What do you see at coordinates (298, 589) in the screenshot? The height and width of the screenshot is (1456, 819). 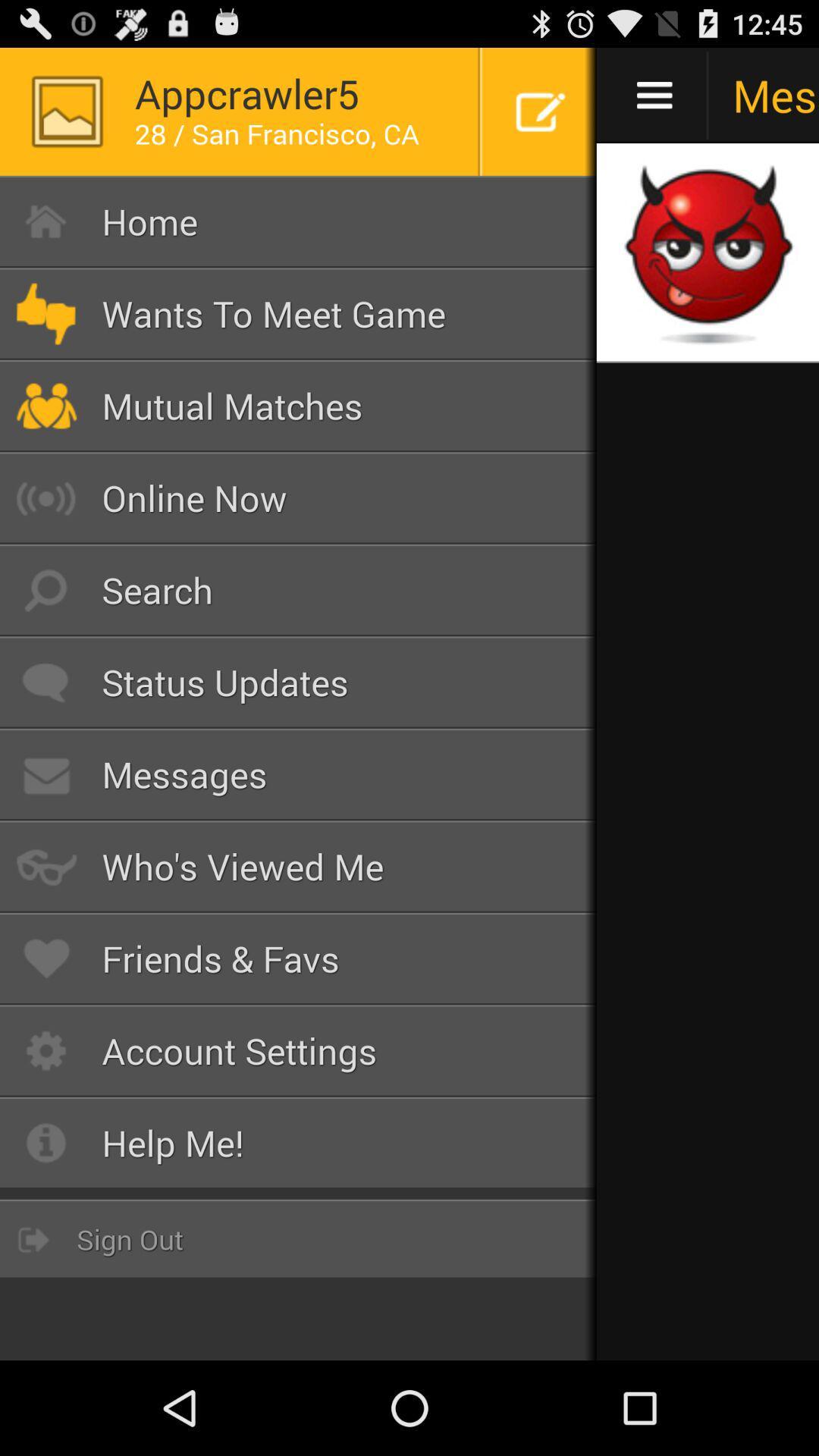 I see `search button` at bounding box center [298, 589].